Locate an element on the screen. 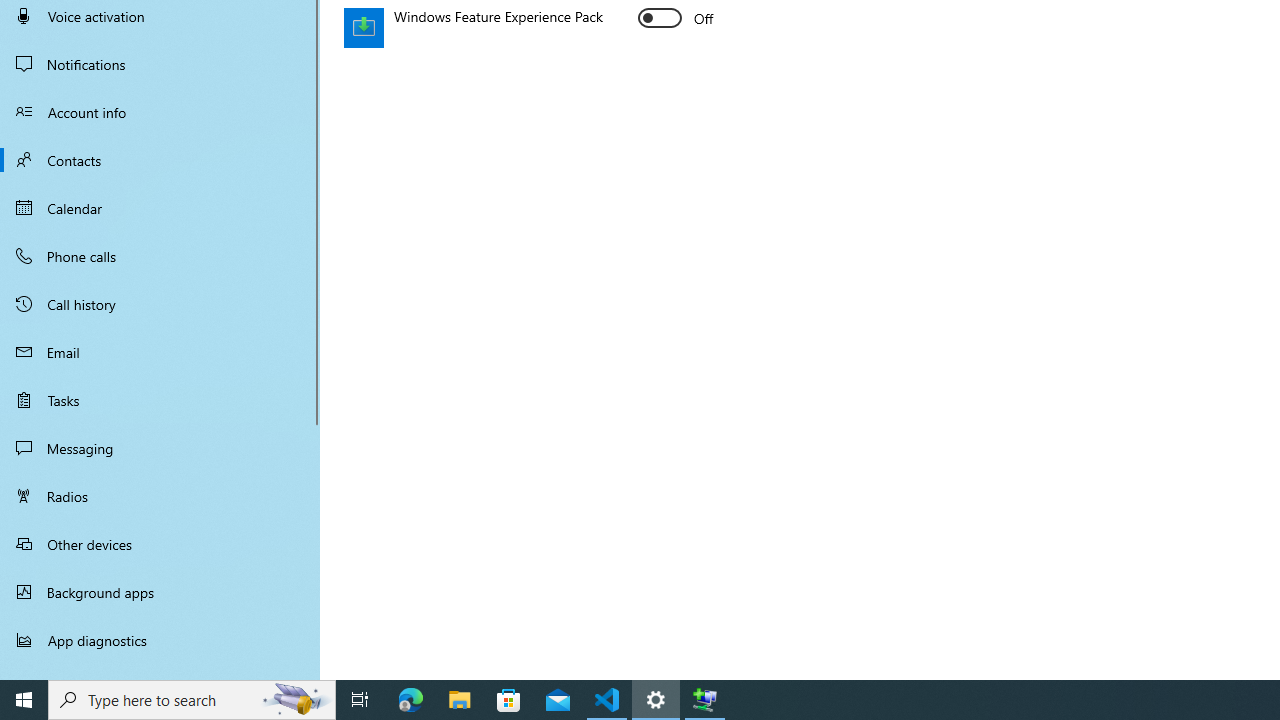 The image size is (1280, 720). 'Phone calls' is located at coordinates (160, 254).